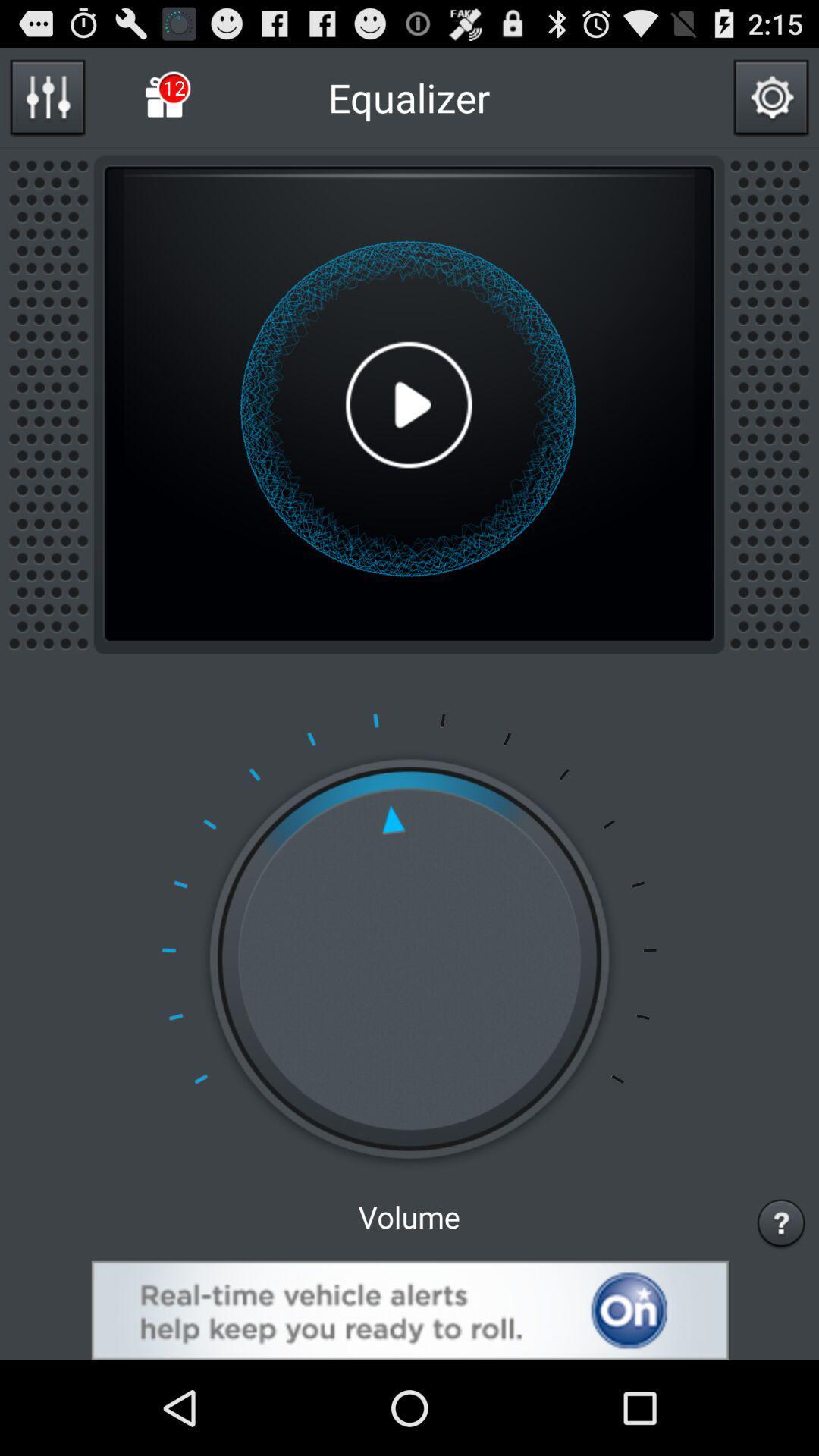 The height and width of the screenshot is (1456, 819). I want to click on advertisement, so click(409, 1310).